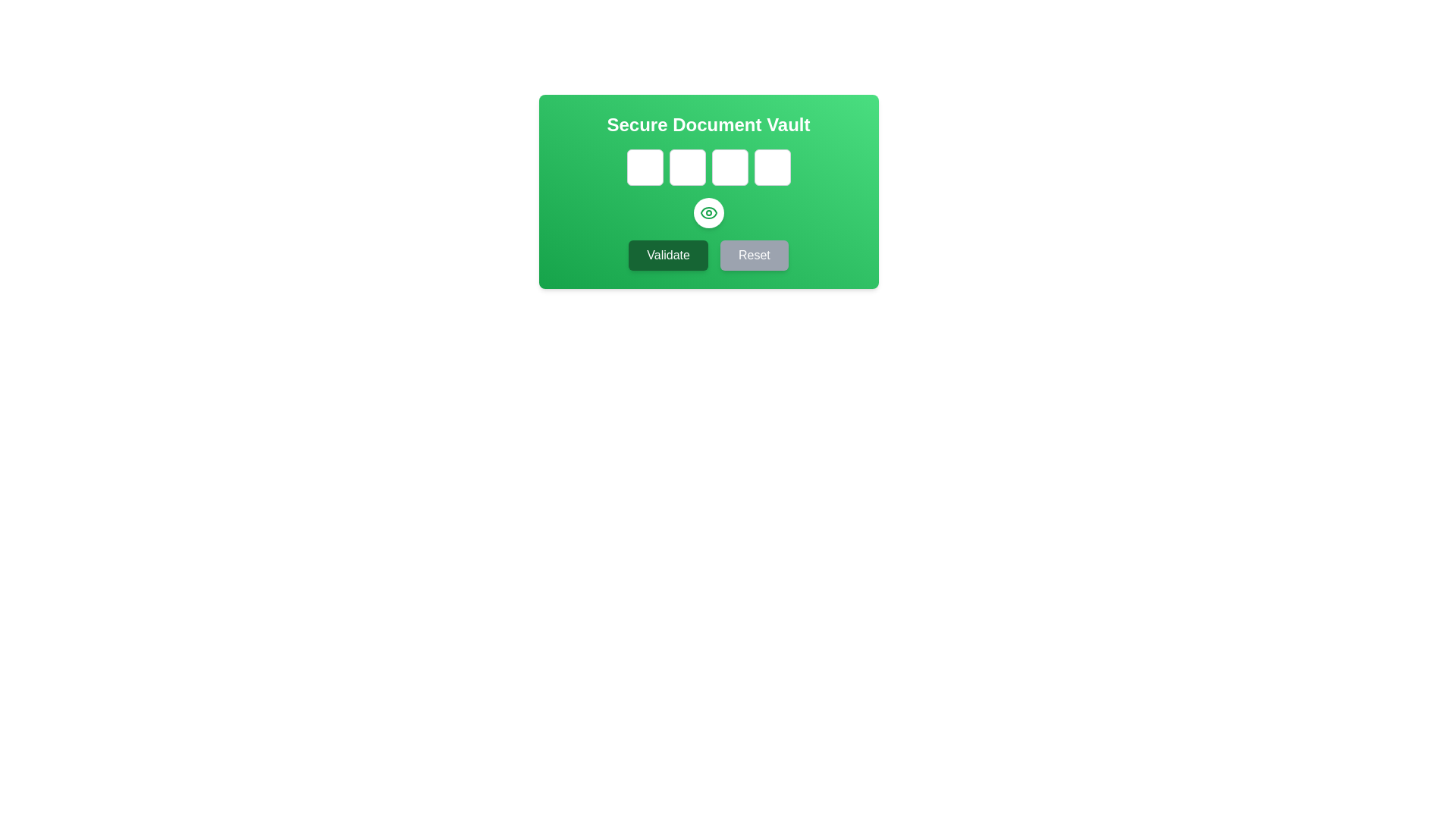 The height and width of the screenshot is (819, 1456). What do you see at coordinates (708, 167) in the screenshot?
I see `one of the individual text input boxes in the 'Secure Document Vault' area` at bounding box center [708, 167].